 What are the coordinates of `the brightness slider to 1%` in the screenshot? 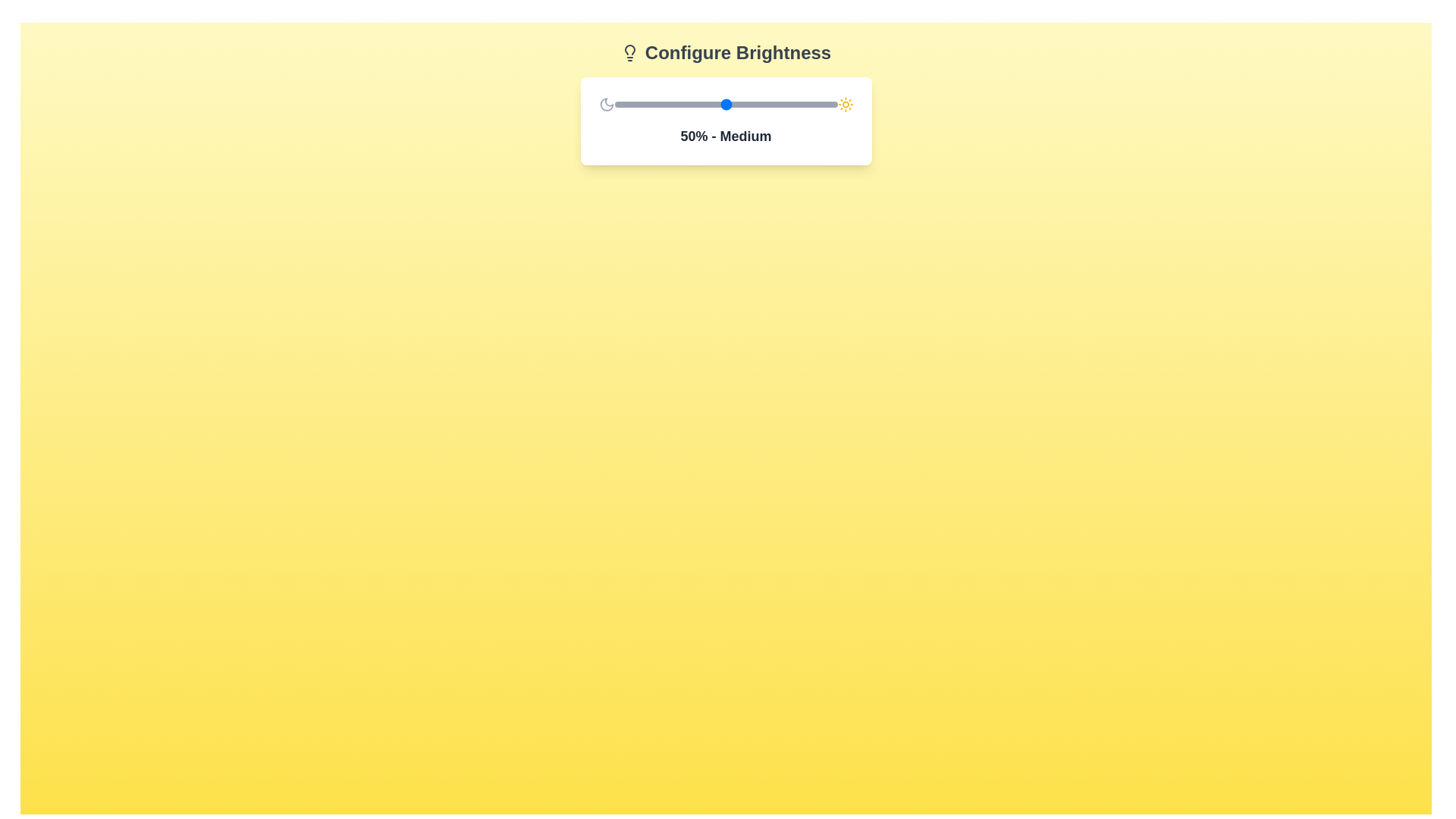 It's located at (617, 104).